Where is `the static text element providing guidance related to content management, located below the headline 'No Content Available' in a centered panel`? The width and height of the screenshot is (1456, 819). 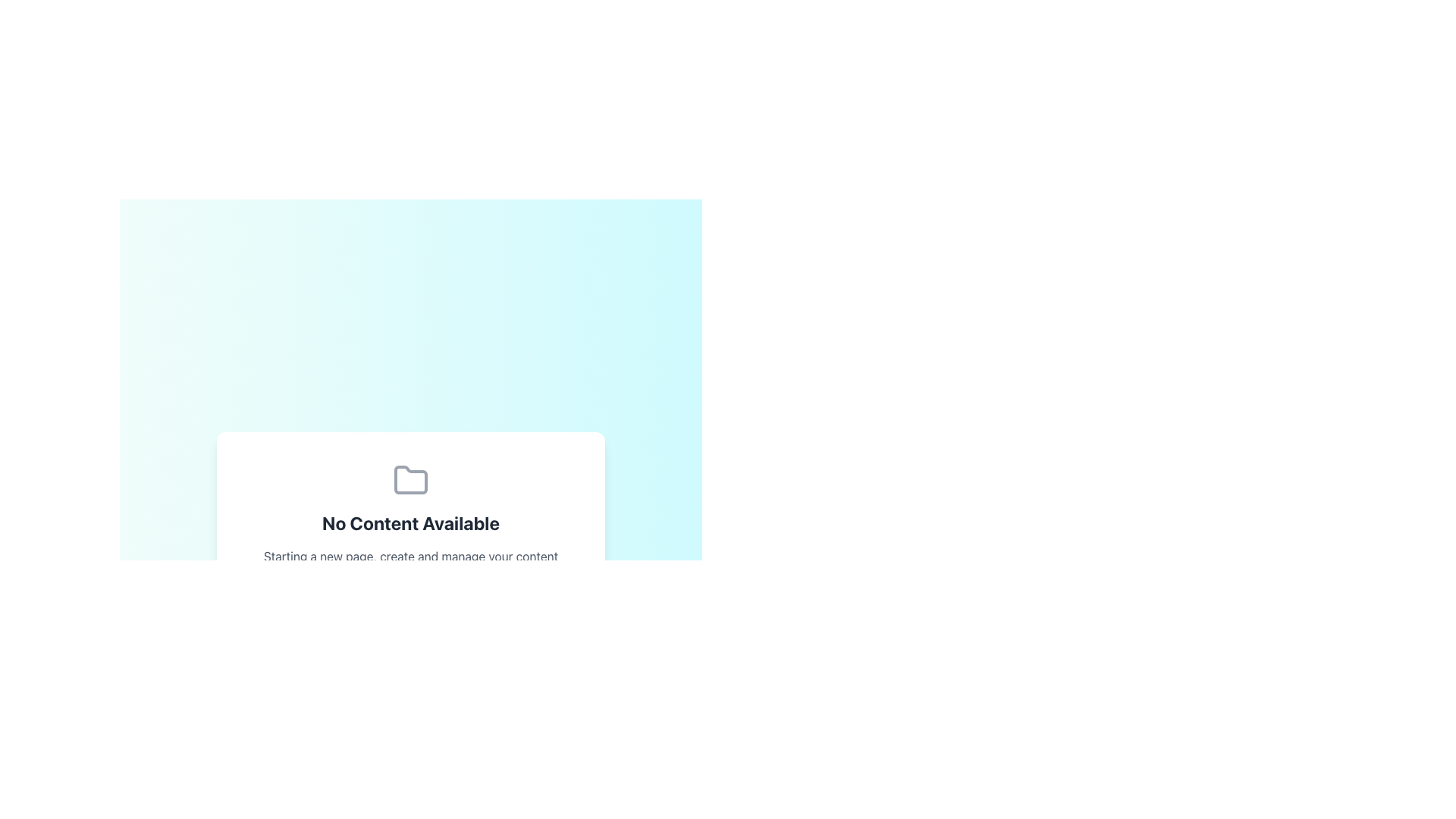 the static text element providing guidance related to content management, located below the headline 'No Content Available' in a centered panel is located at coordinates (411, 565).